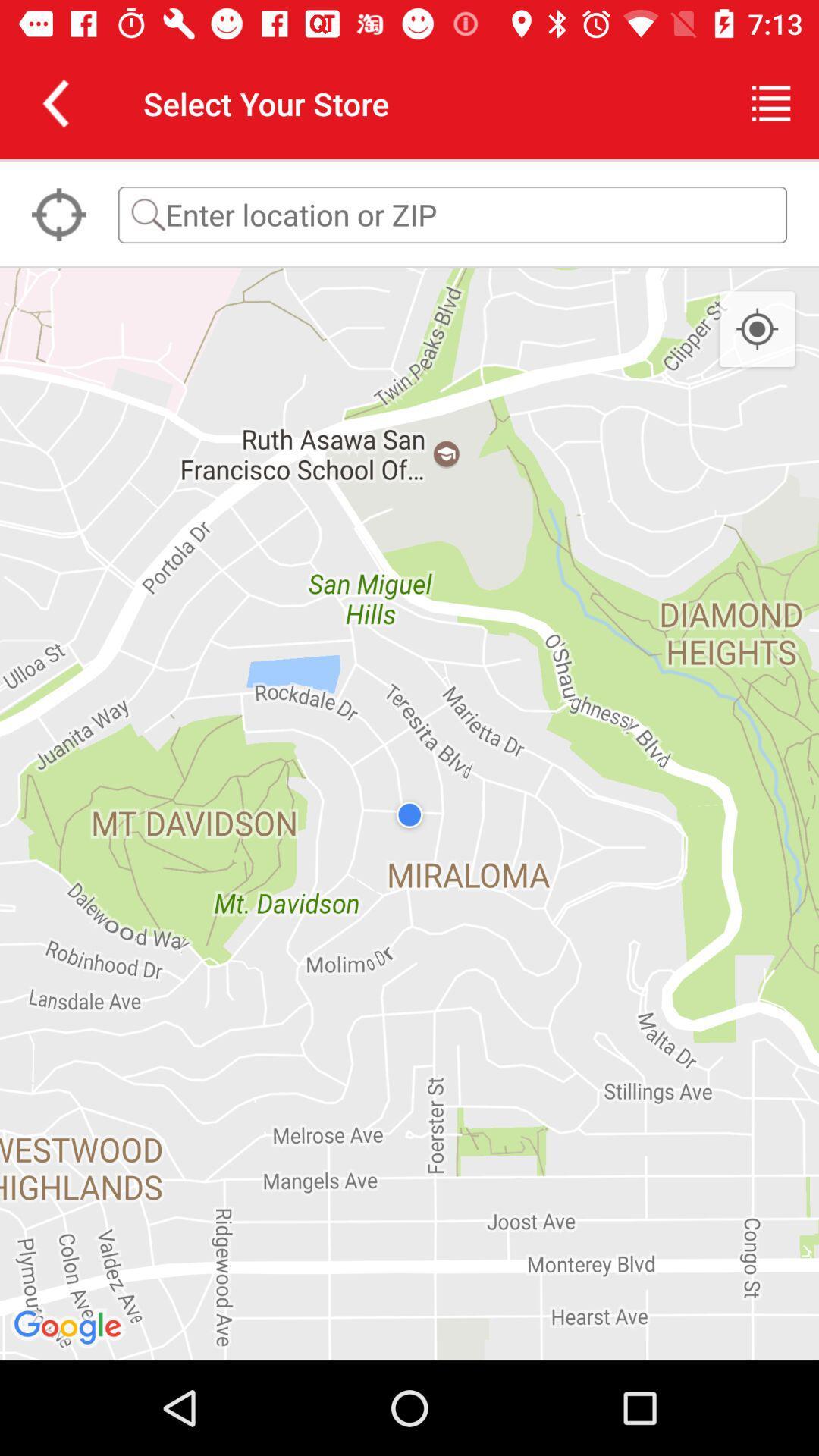 Image resolution: width=819 pixels, height=1456 pixels. I want to click on the location_crosshair icon, so click(58, 214).